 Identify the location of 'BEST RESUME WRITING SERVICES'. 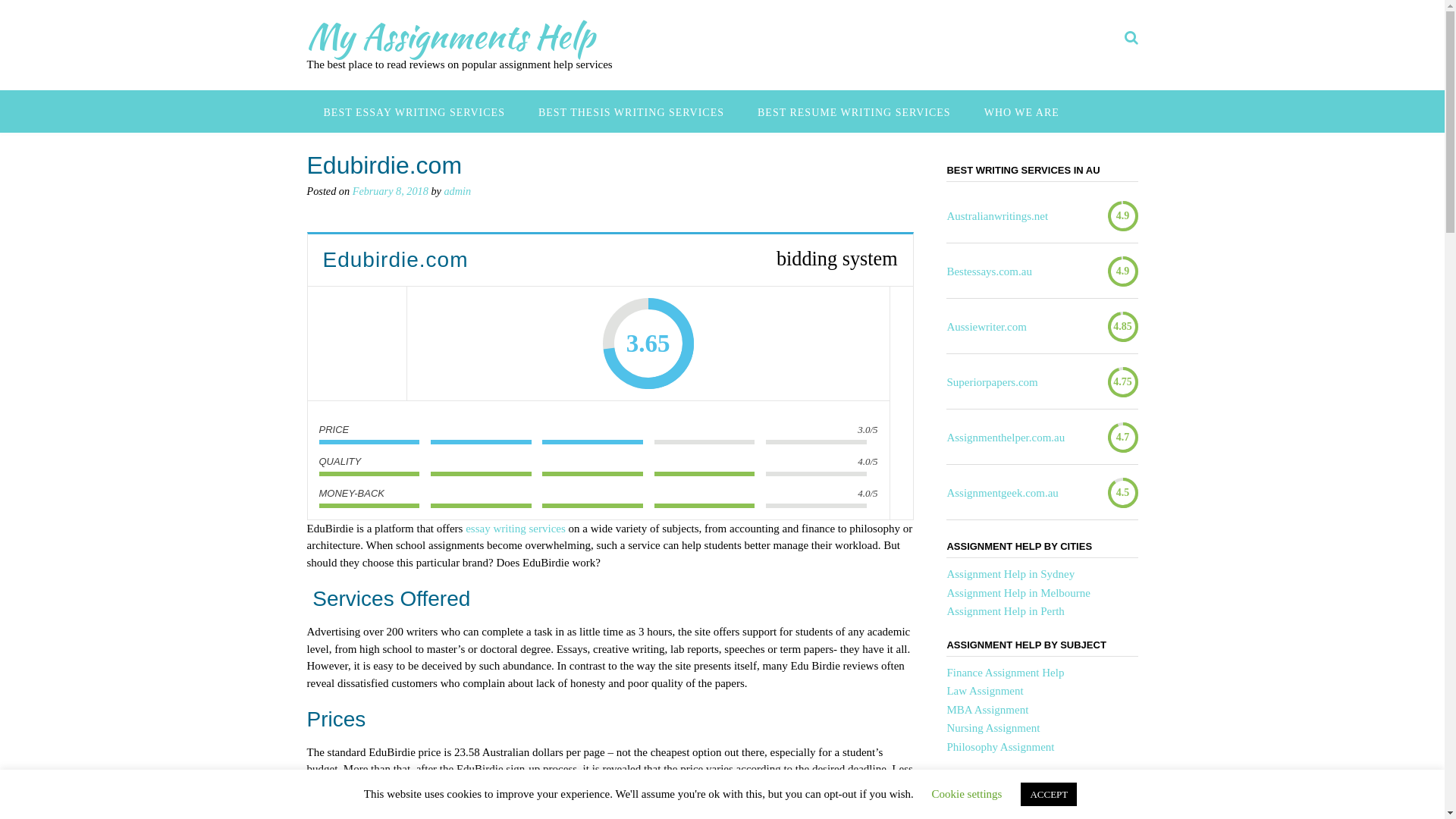
(854, 110).